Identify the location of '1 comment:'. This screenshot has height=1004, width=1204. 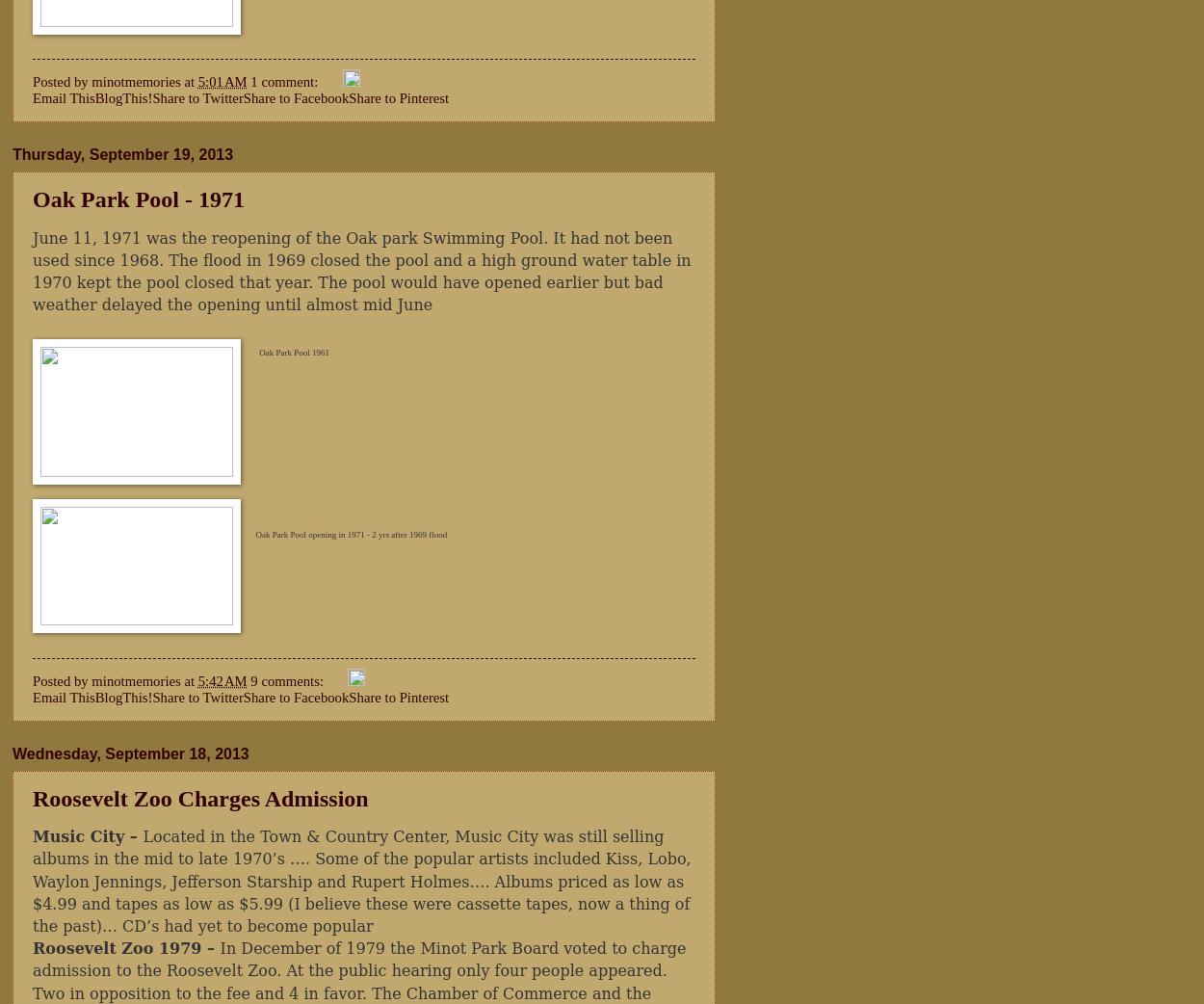
(285, 81).